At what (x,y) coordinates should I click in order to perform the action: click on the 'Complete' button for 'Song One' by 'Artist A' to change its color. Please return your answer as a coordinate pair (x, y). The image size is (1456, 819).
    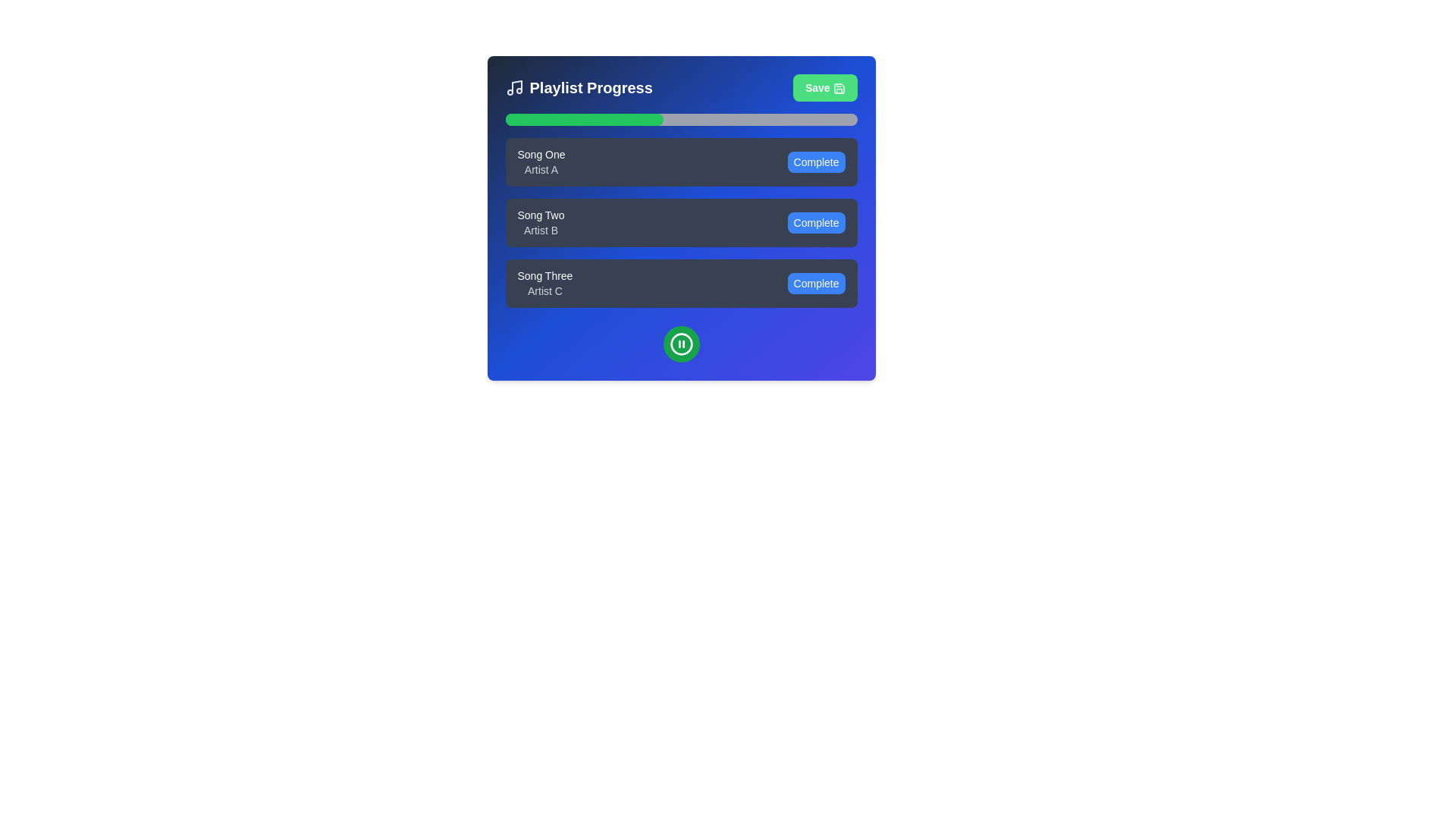
    Looking at the image, I should click on (815, 162).